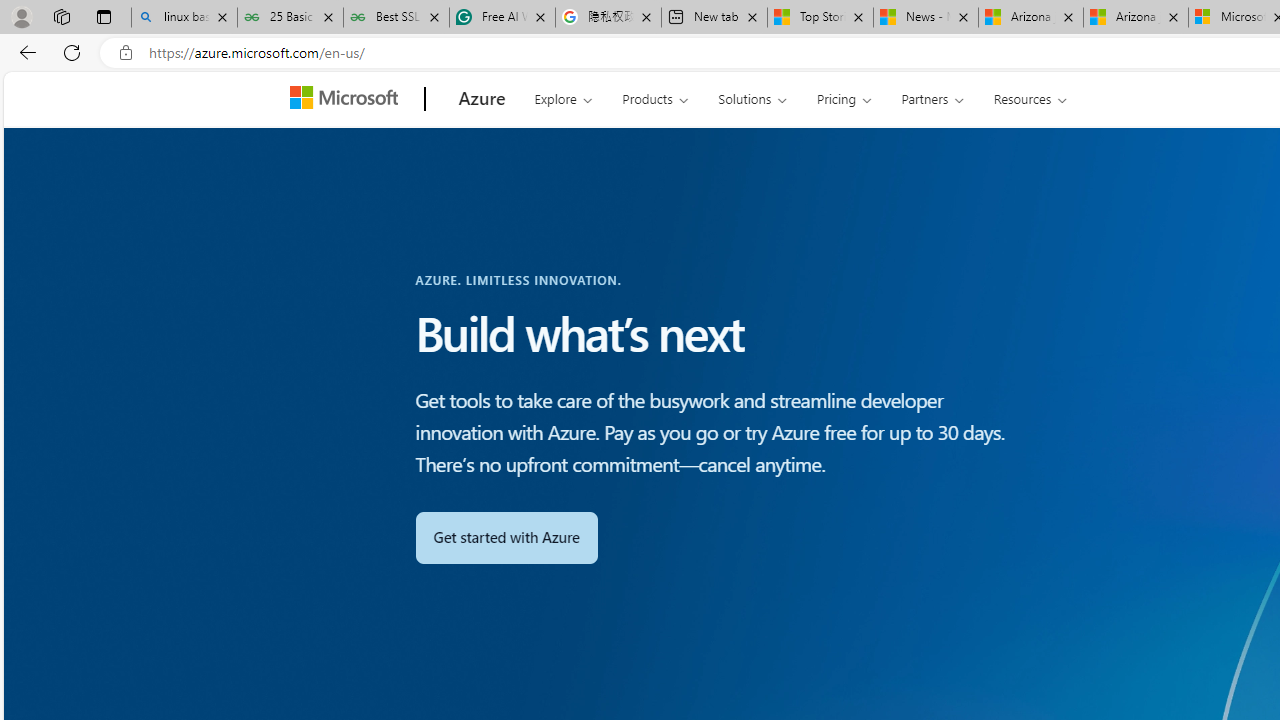  Describe the element at coordinates (925, 17) in the screenshot. I see `'News - MSN'` at that location.